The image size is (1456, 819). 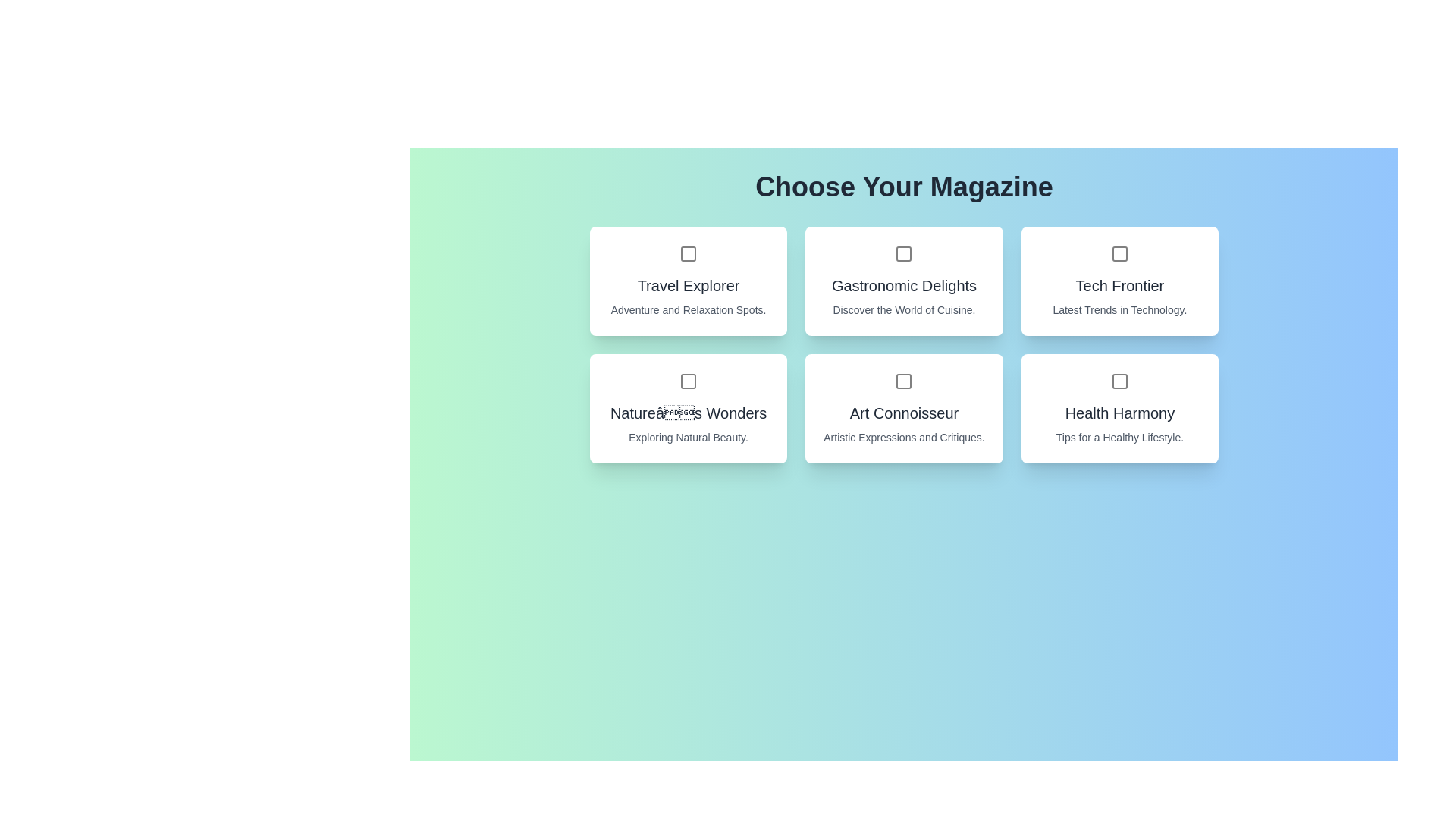 What do you see at coordinates (687, 408) in the screenshot?
I see `the magazine card titled 'Nature’s Wonders' to observe its hover effect` at bounding box center [687, 408].